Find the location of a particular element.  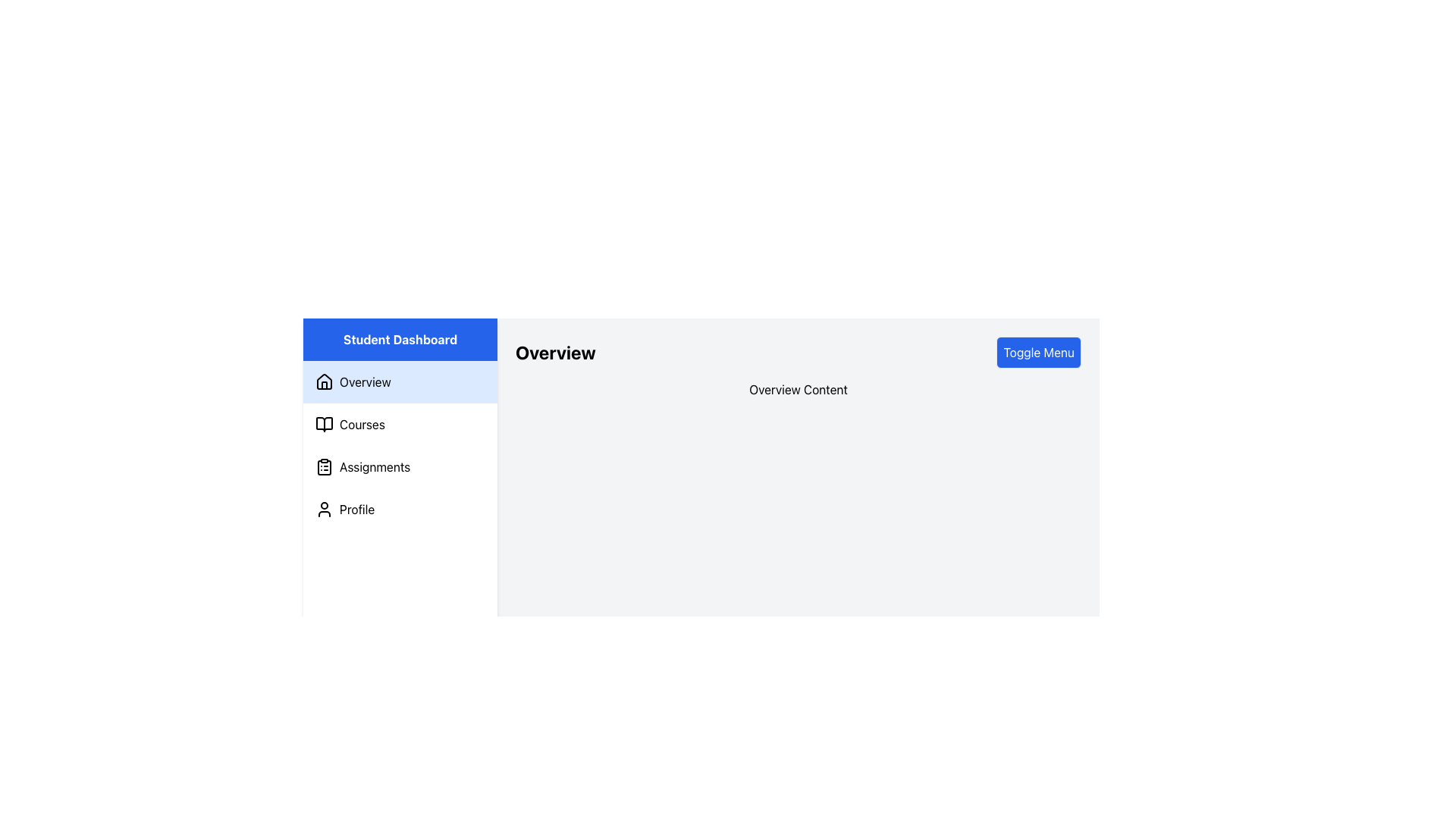

the 'Overview' selectable menu item in the Student Dashboard is located at coordinates (400, 381).